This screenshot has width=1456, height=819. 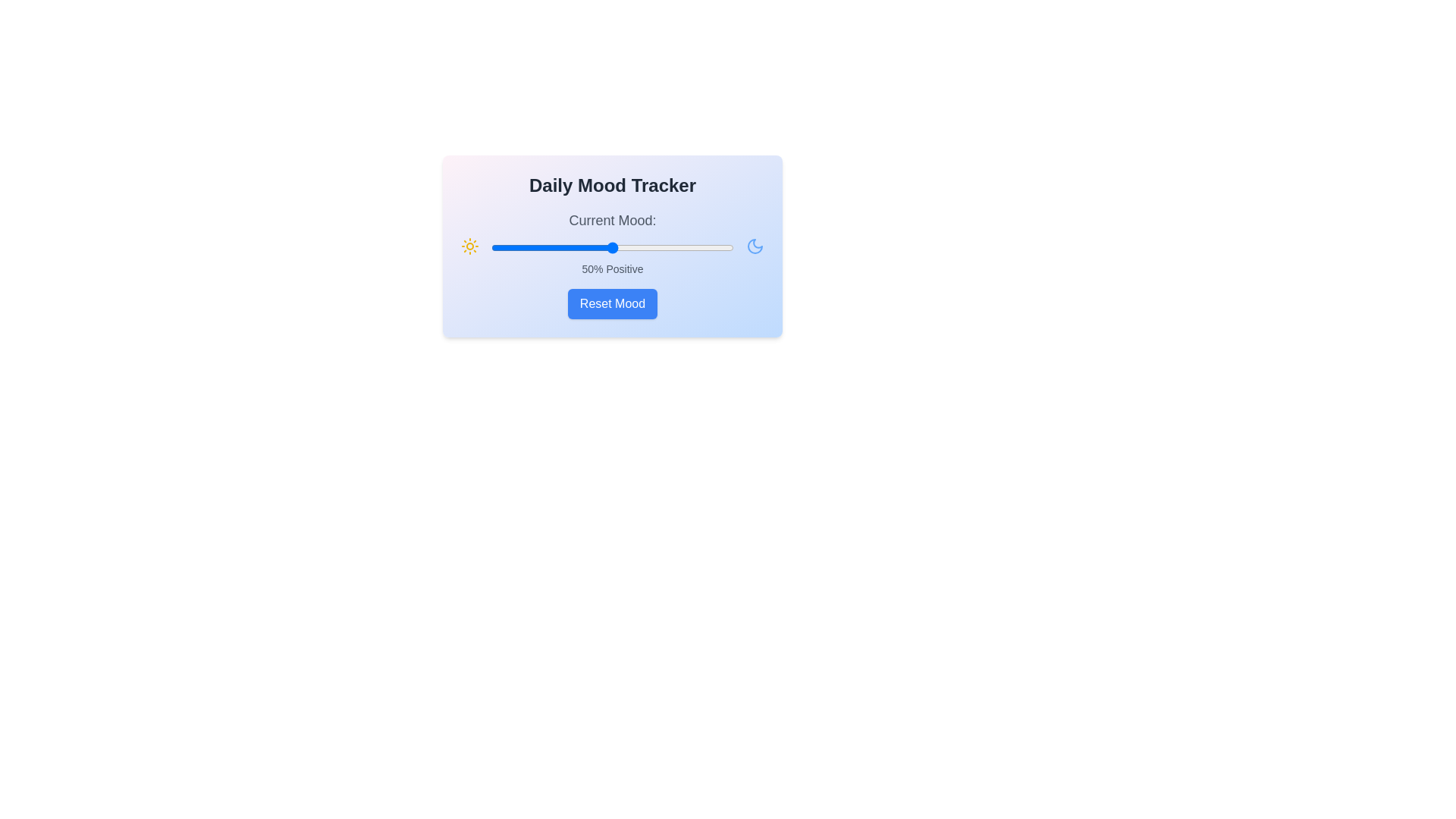 What do you see at coordinates (697, 247) in the screenshot?
I see `the mood slider` at bounding box center [697, 247].